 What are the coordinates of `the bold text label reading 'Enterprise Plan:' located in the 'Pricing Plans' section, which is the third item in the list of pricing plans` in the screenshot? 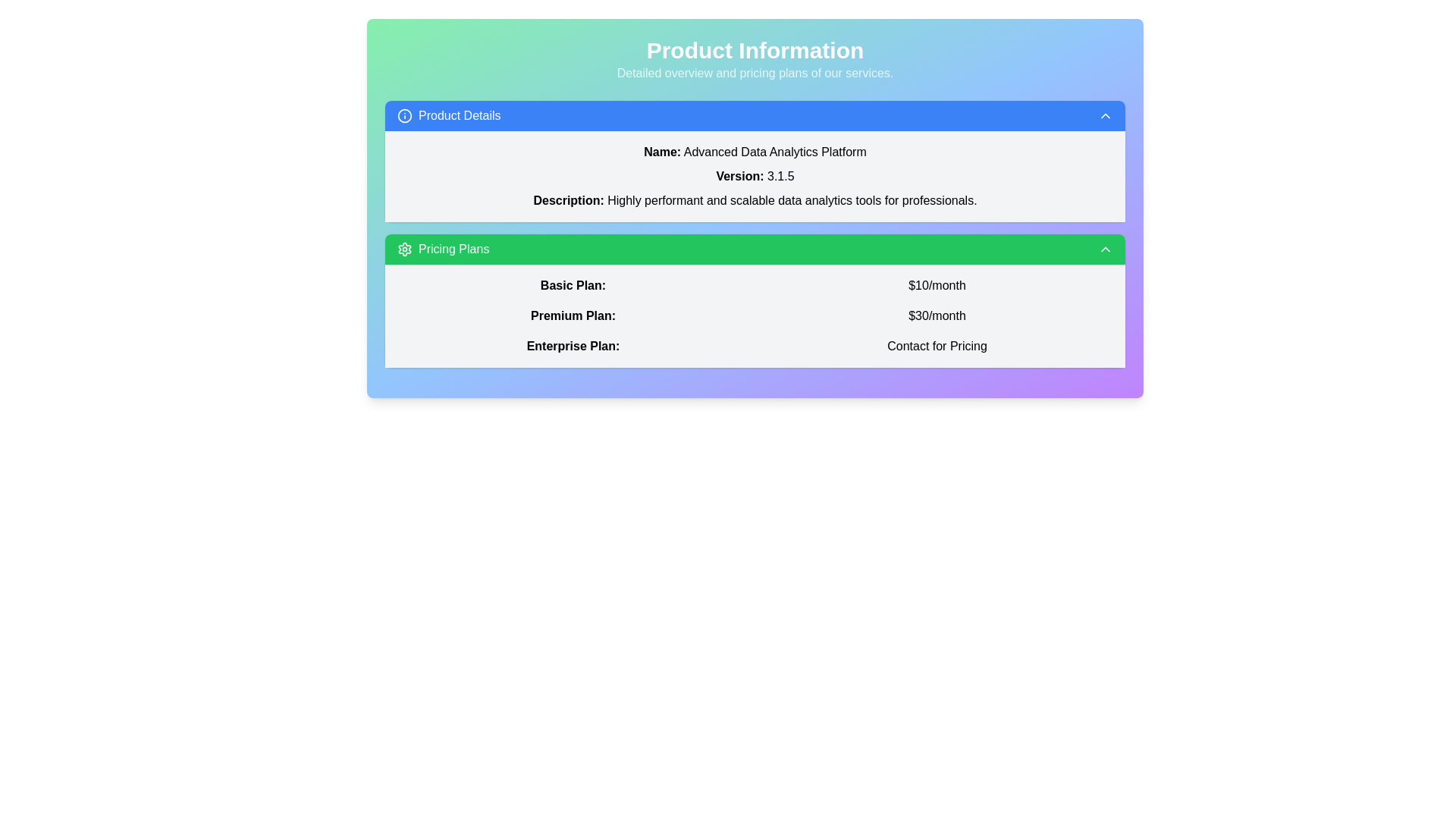 It's located at (572, 346).